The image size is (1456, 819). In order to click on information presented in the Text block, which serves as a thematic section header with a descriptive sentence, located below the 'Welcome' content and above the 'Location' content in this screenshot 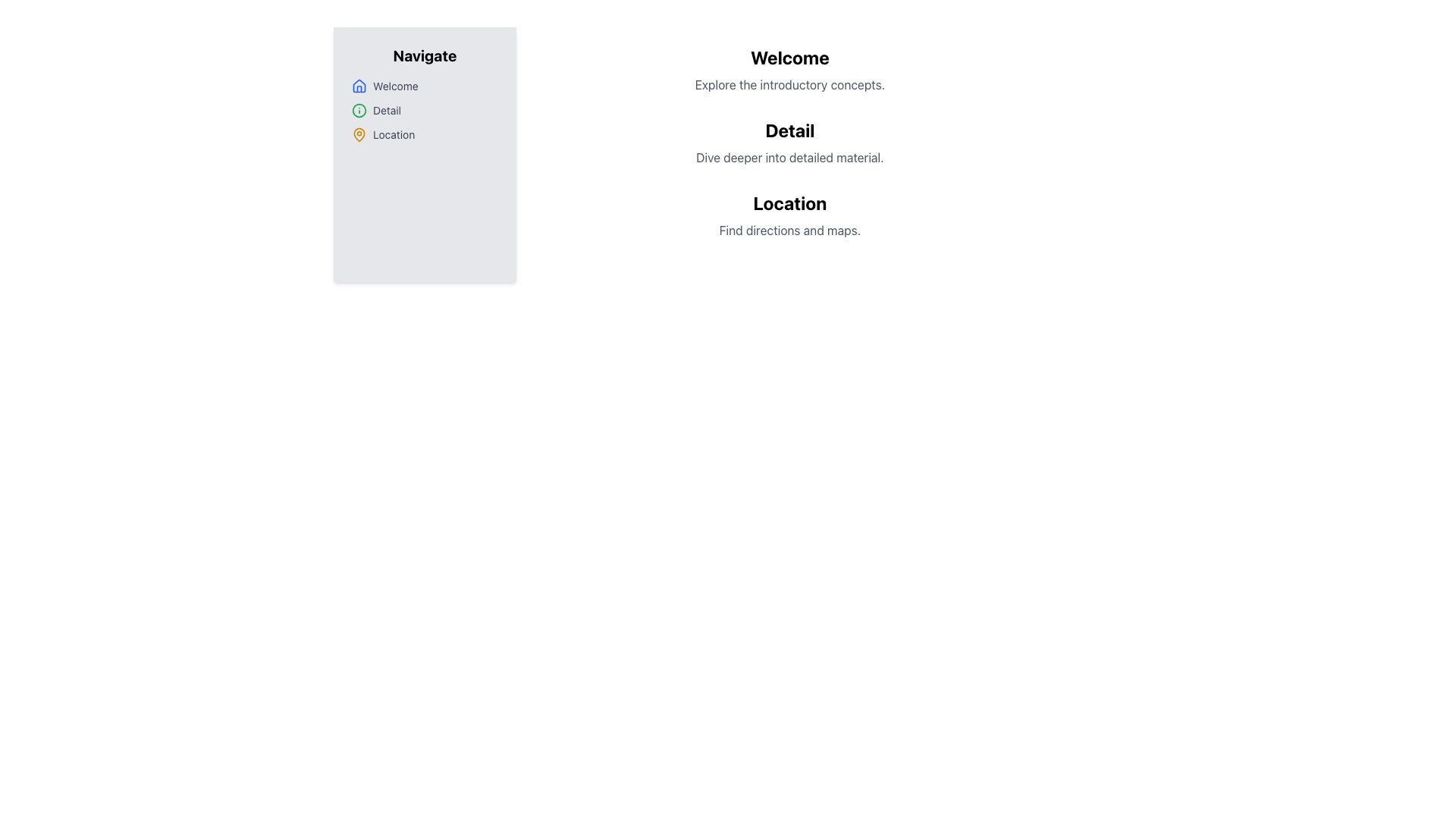, I will do `click(789, 143)`.